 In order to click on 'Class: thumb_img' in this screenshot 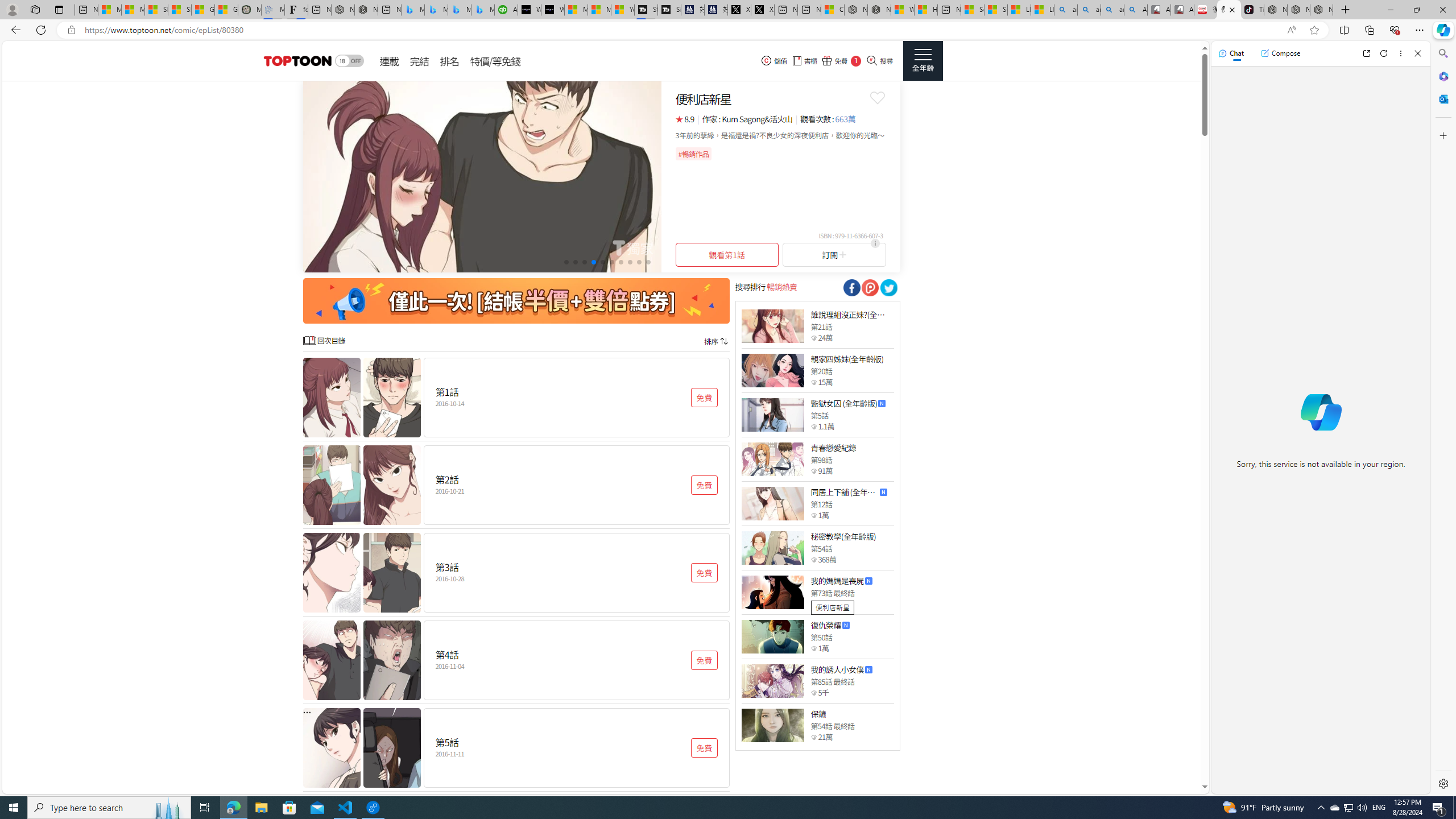, I will do `click(772, 725)`.